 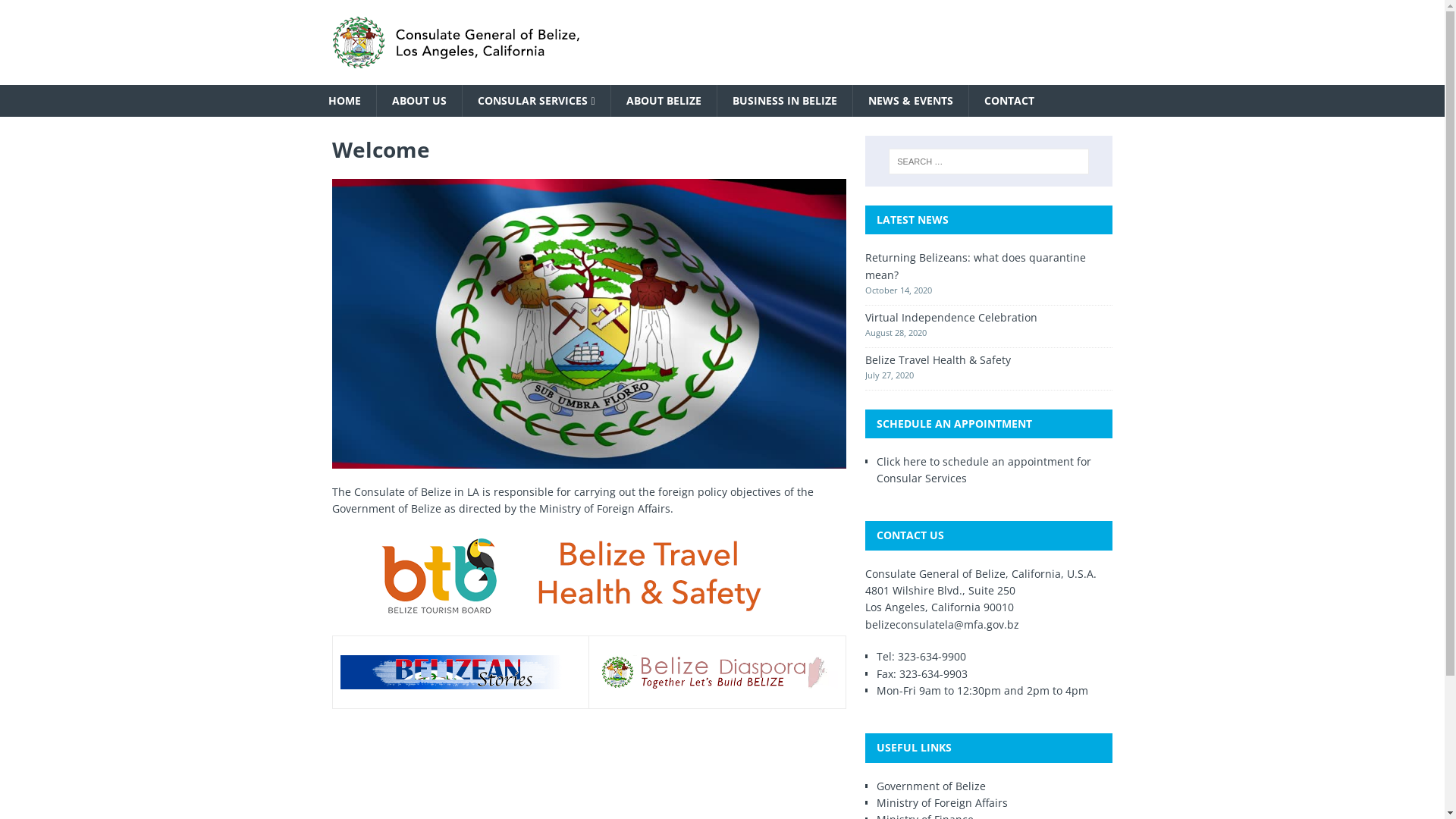 What do you see at coordinates (852, 100) in the screenshot?
I see `'NEWS & EVENTS'` at bounding box center [852, 100].